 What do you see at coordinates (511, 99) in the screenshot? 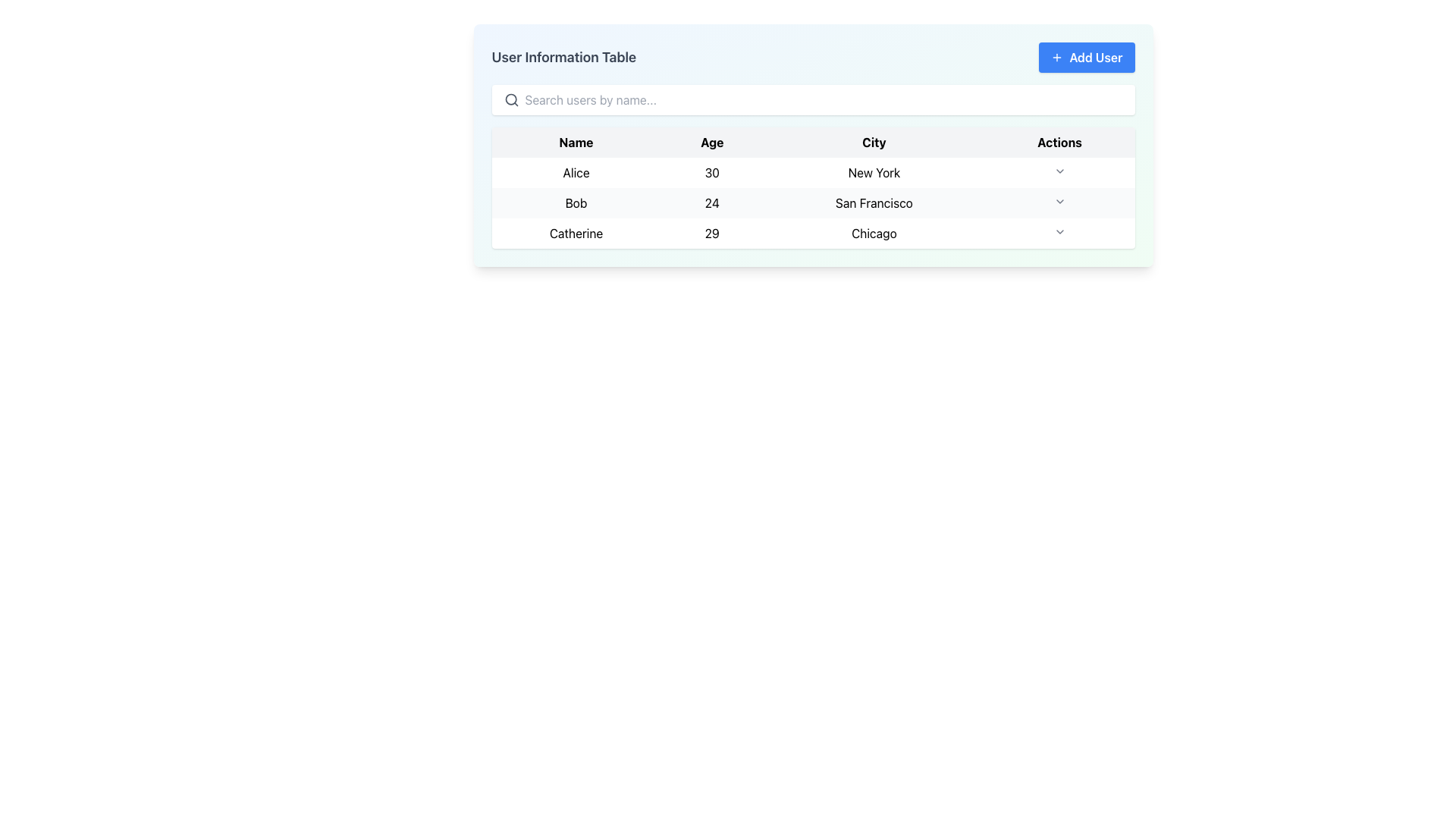
I see `the magnifying glass icon, which symbolizes search functionality, located at the left side of the search bar within a white rounded rectangle area` at bounding box center [511, 99].